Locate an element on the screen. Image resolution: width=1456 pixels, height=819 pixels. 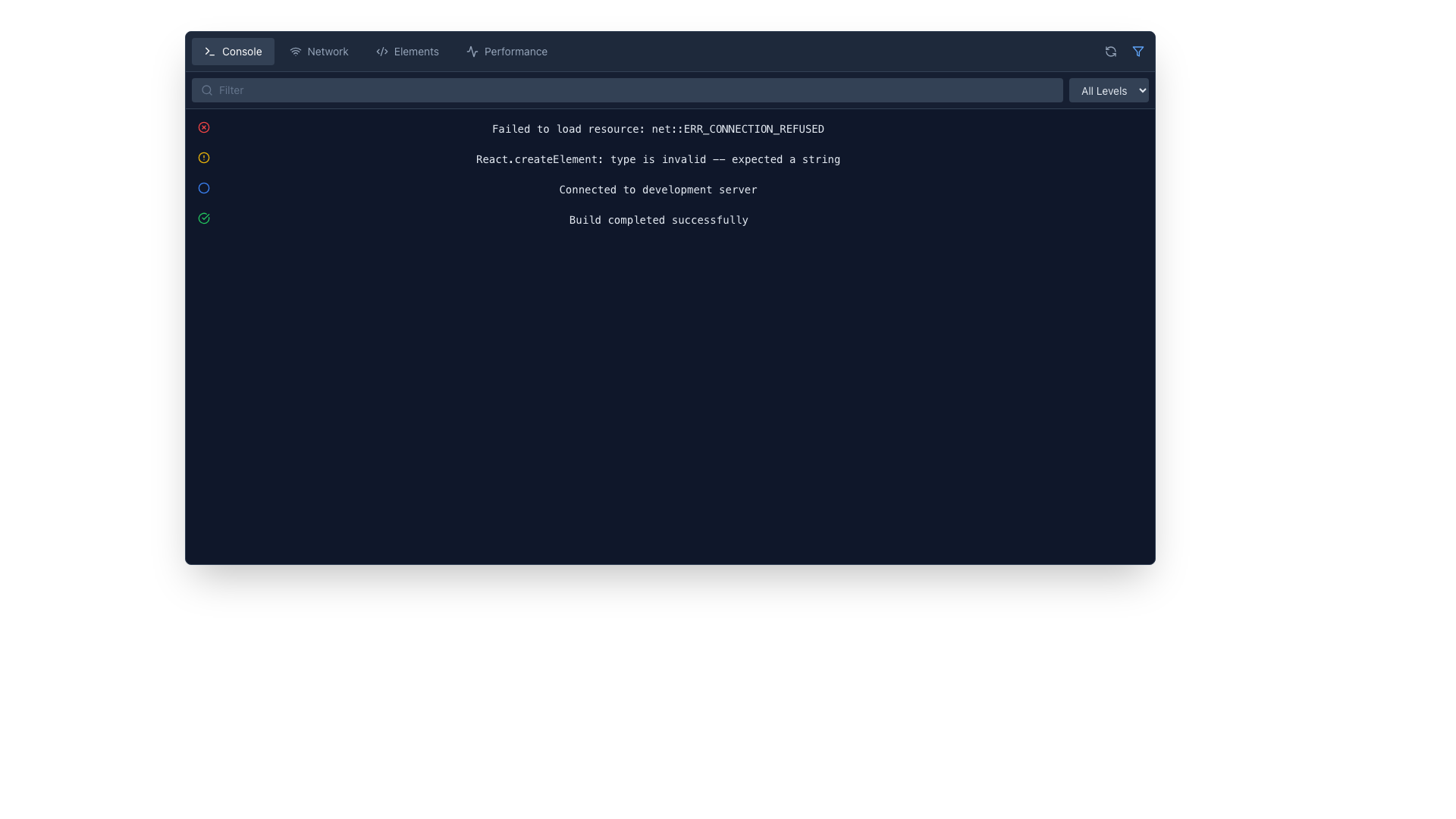
the 'Network' text label, which is styled with a small, sans-serif font and located in the header navigation next to a Wi-Fi icon is located at coordinates (327, 51).